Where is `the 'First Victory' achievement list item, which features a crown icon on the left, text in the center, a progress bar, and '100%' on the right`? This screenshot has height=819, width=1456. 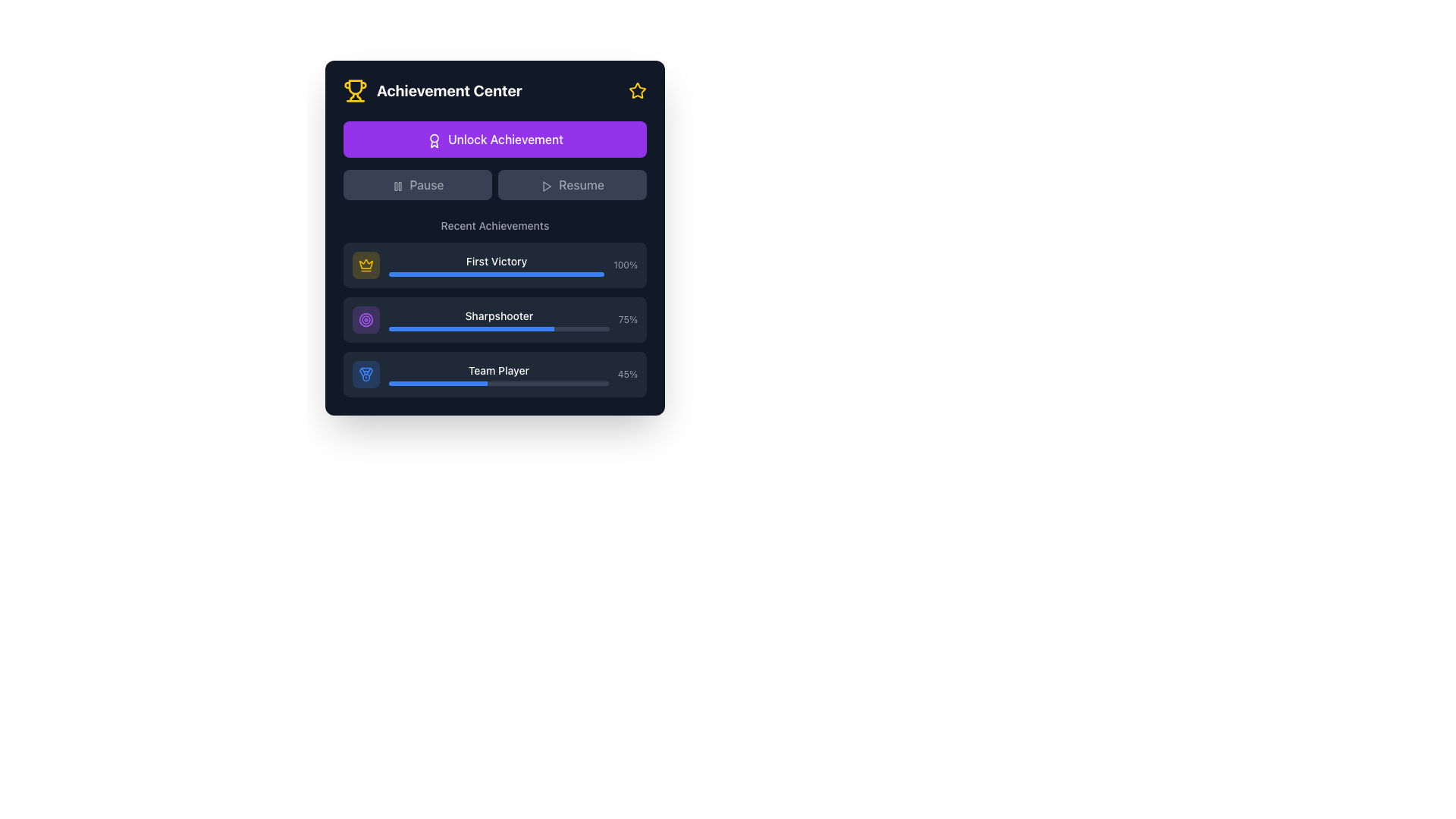 the 'First Victory' achievement list item, which features a crown icon on the left, text in the center, a progress bar, and '100%' on the right is located at coordinates (494, 265).